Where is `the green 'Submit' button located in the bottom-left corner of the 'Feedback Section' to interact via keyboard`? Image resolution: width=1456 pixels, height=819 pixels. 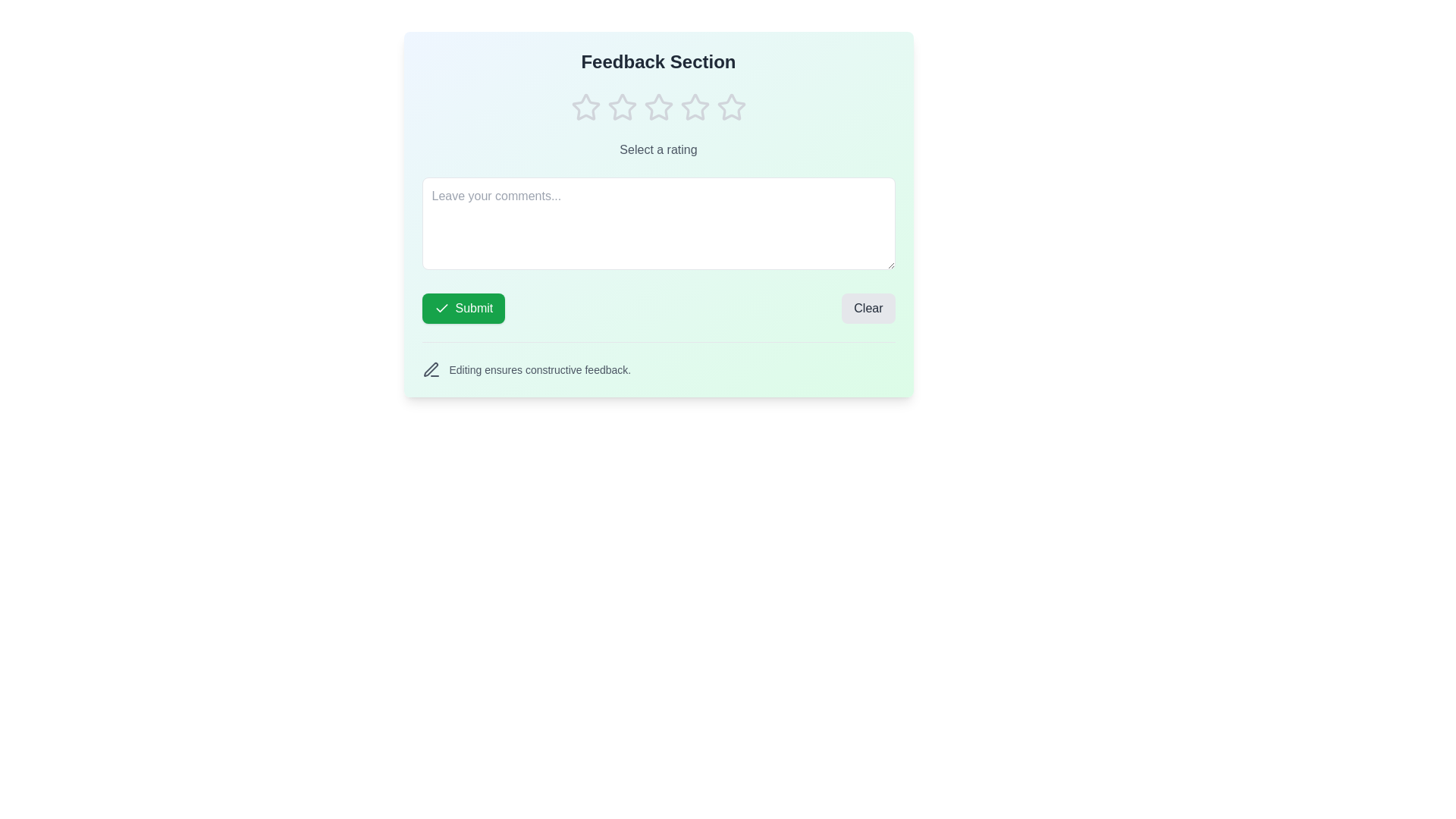 the green 'Submit' button located in the bottom-left corner of the 'Feedback Section' to interact via keyboard is located at coordinates (463, 308).